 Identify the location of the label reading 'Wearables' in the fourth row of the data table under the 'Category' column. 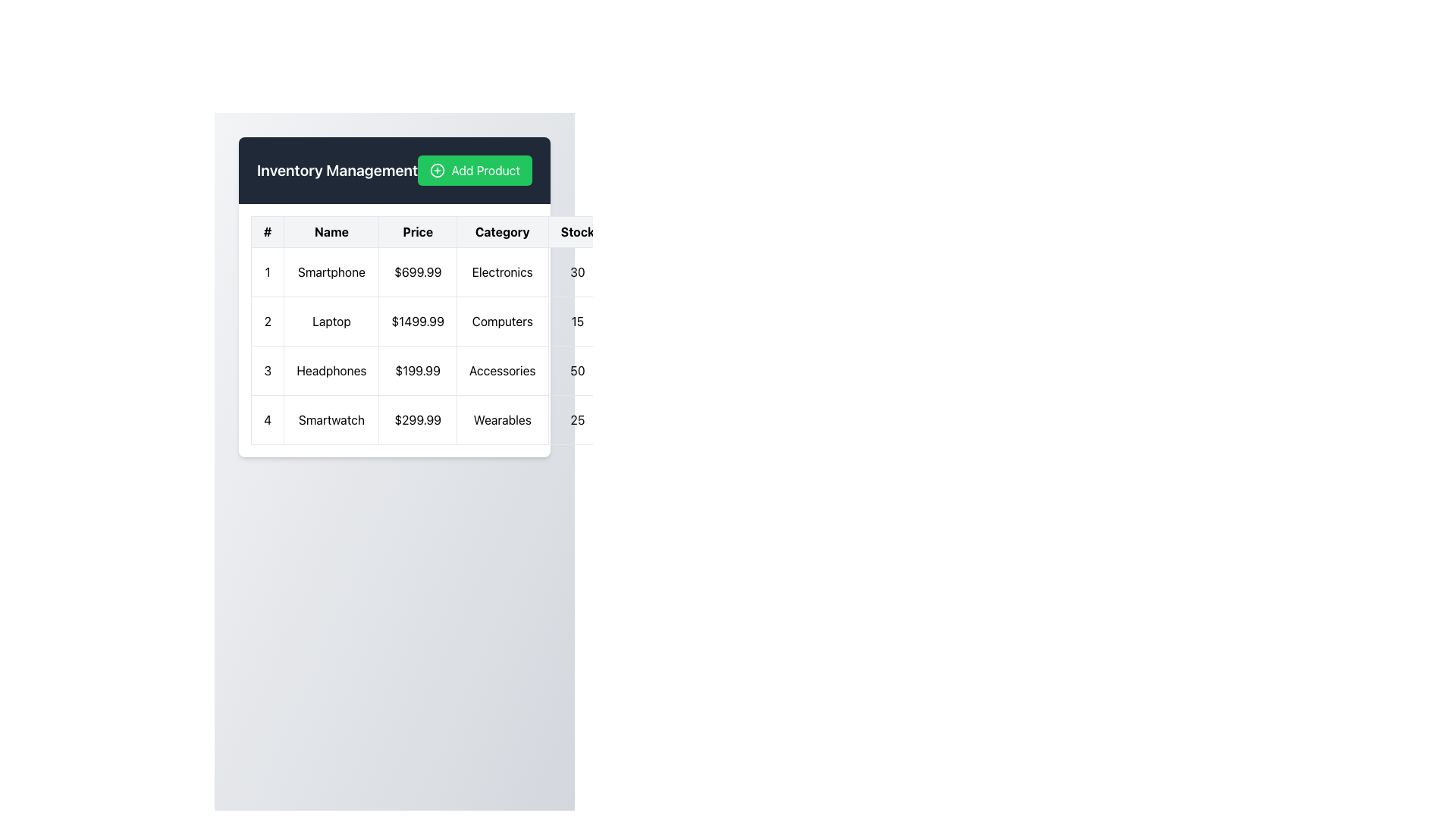
(502, 420).